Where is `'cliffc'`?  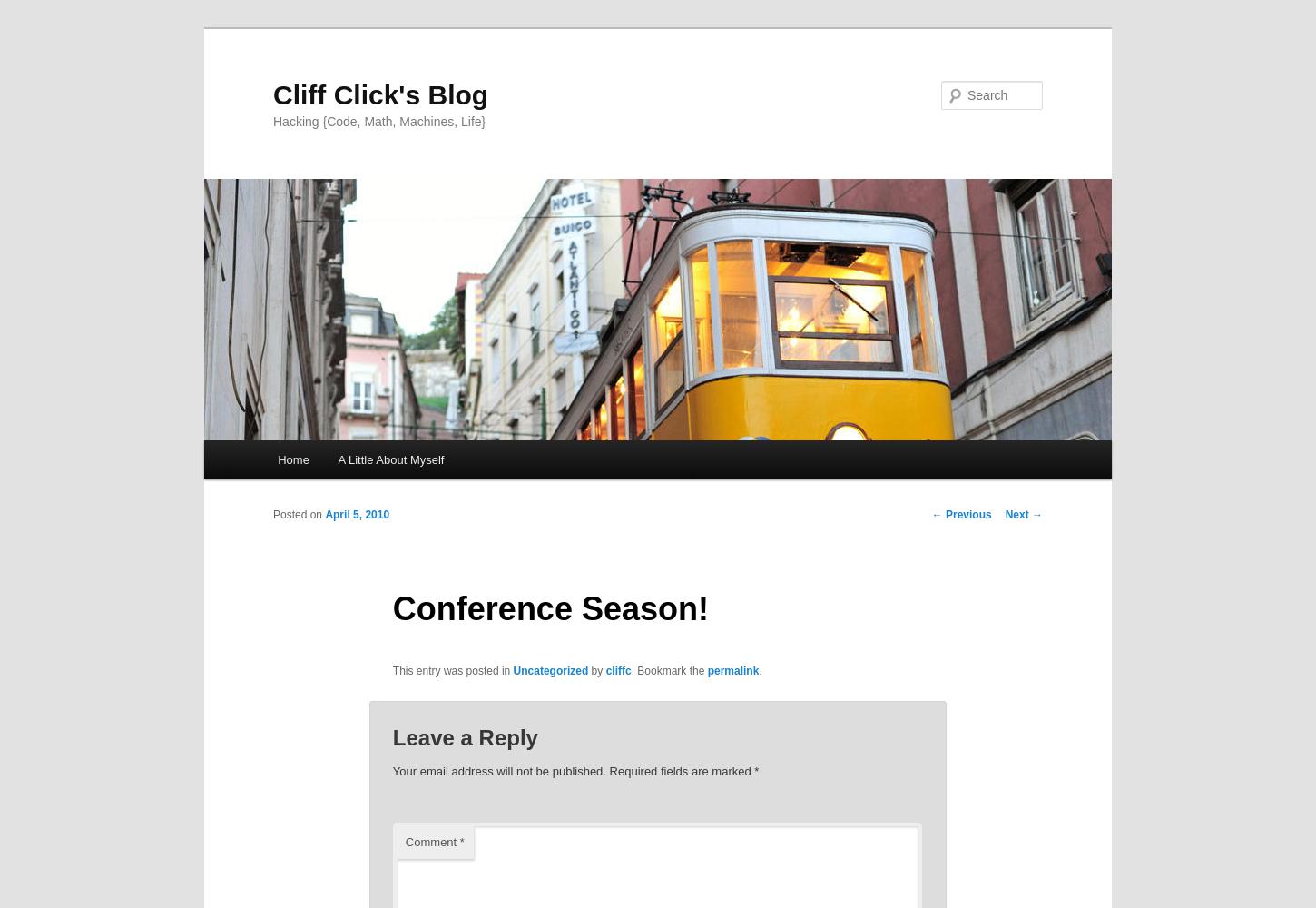 'cliffc' is located at coordinates (604, 669).